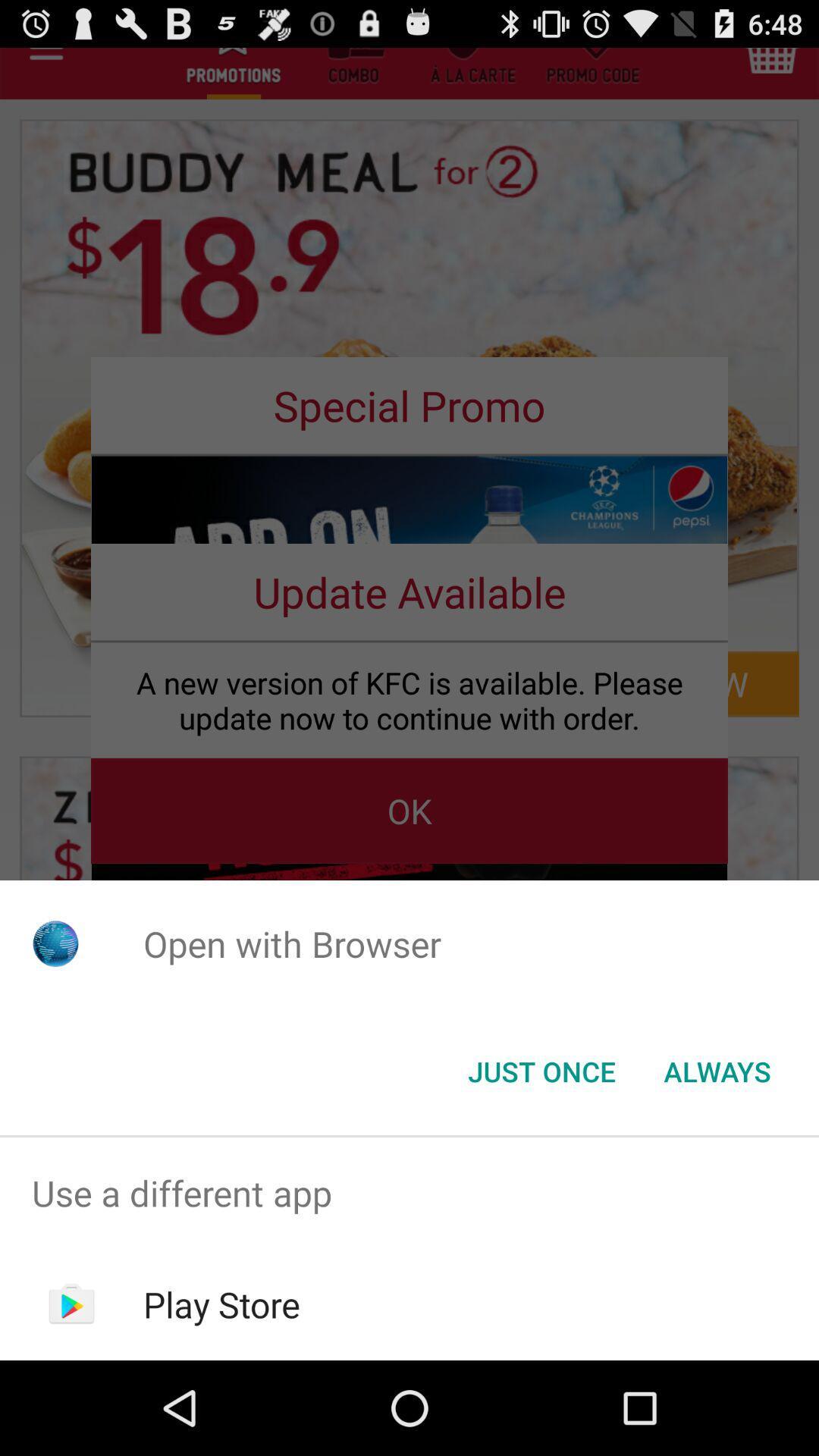 The width and height of the screenshot is (819, 1456). What do you see at coordinates (541, 1070) in the screenshot?
I see `just once item` at bounding box center [541, 1070].